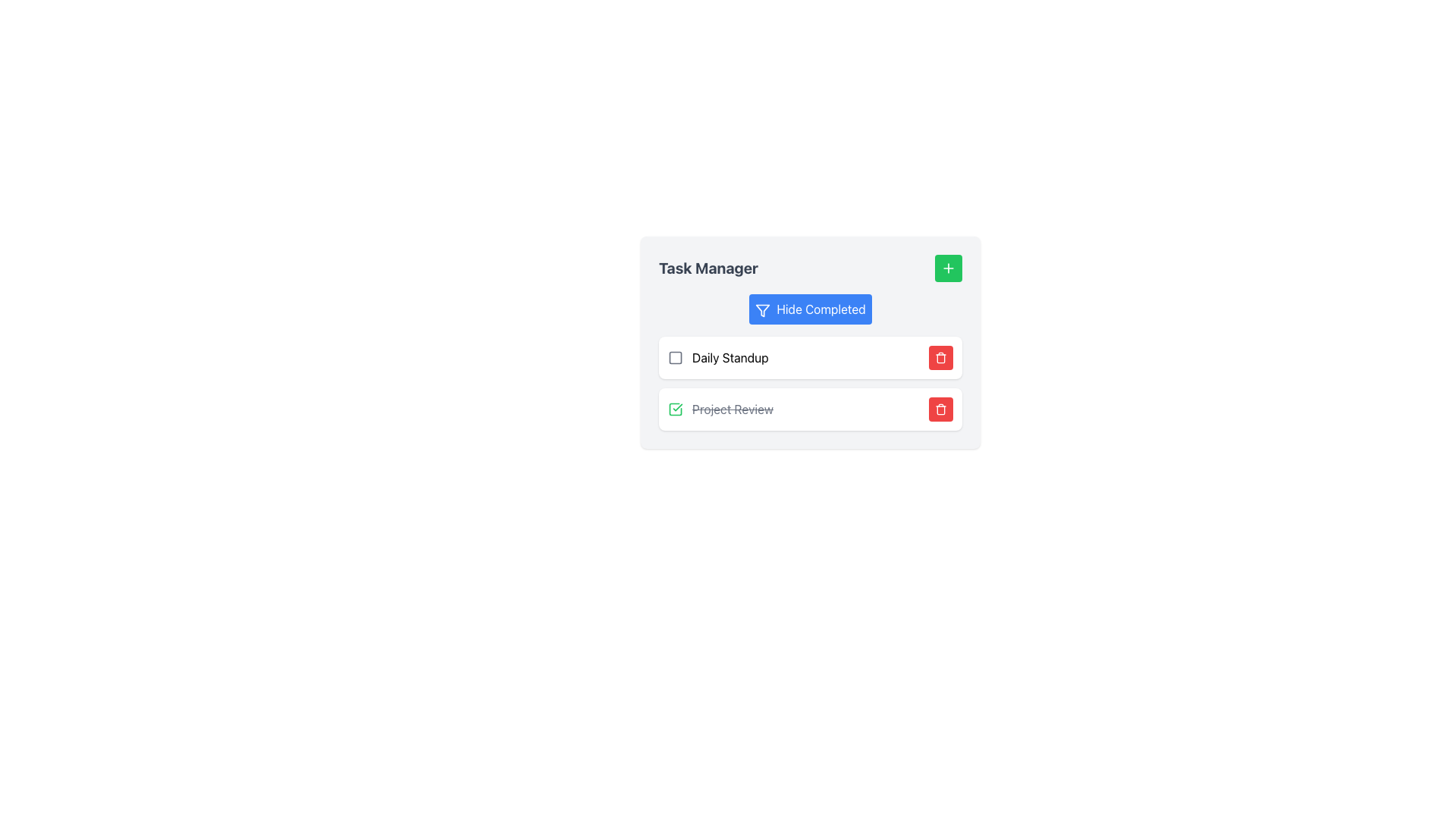 This screenshot has width=1456, height=819. Describe the element at coordinates (940, 359) in the screenshot. I see `the central vertical body of the trash can icon located to the right of the 'Project Review' item` at that location.